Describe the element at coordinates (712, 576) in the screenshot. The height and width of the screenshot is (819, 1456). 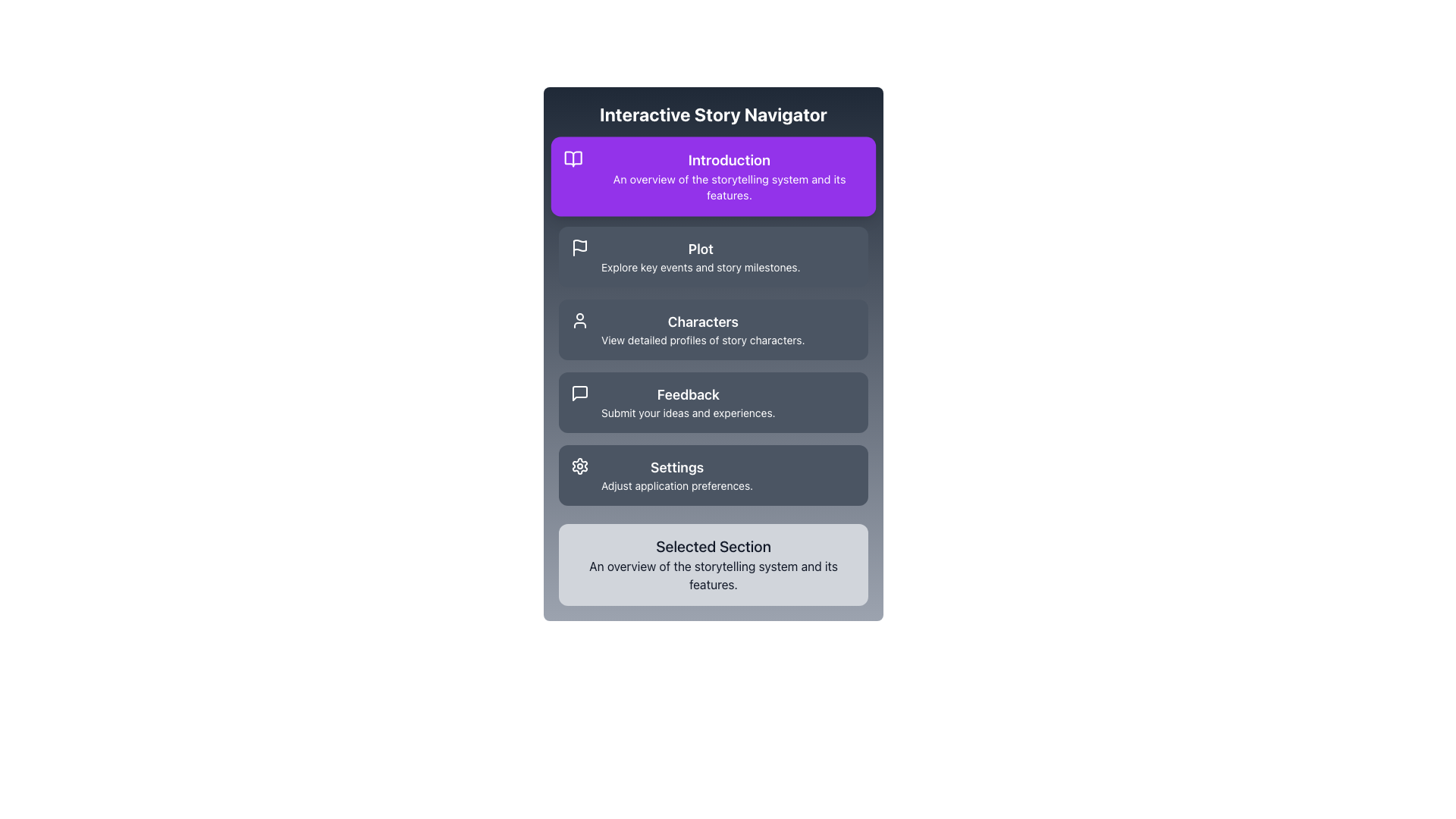
I see `the text element displaying 'An overview of the storytelling system and its features.' located below the 'Selected Section' title in the last card of the interface` at that location.